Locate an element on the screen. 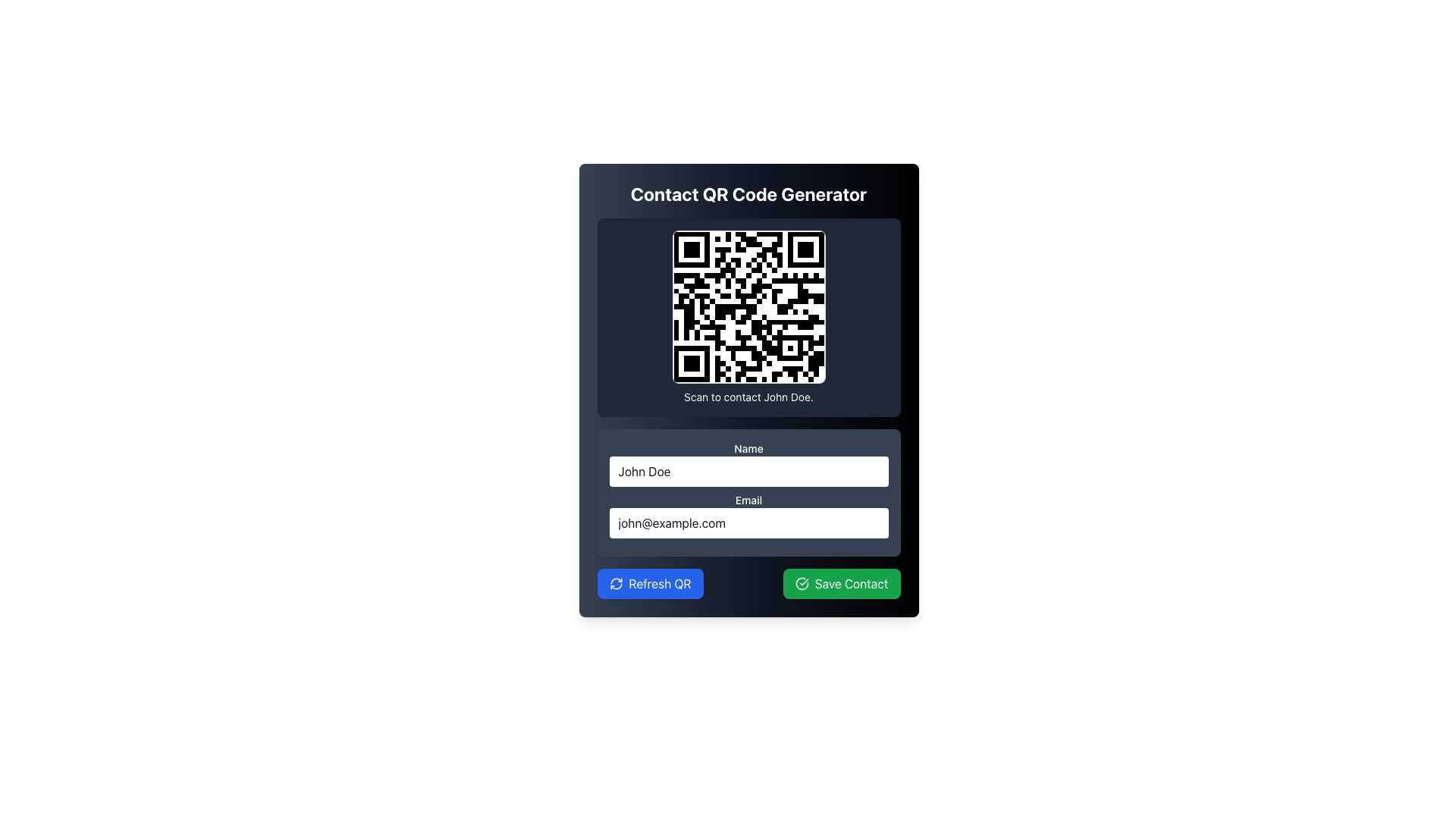 This screenshot has height=819, width=1456. the prominent QR code image with a rounded rectangular border and gray outline is located at coordinates (748, 307).